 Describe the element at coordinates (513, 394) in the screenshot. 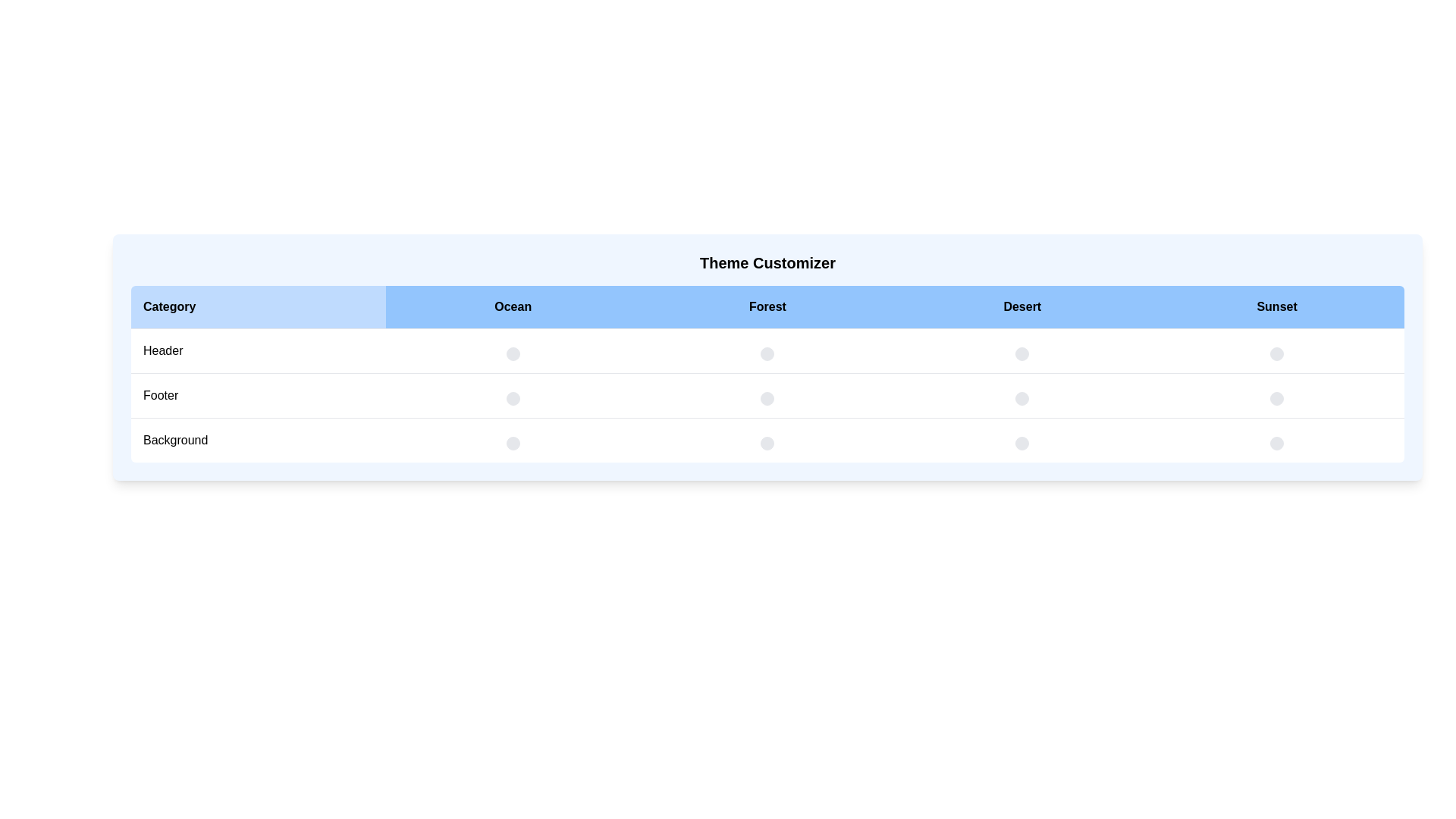

I see `the rounded button with a light gray background and darker gray border located in the second row under the 'Ocean' column in the 'Theme Customizer' section of the interface` at that location.